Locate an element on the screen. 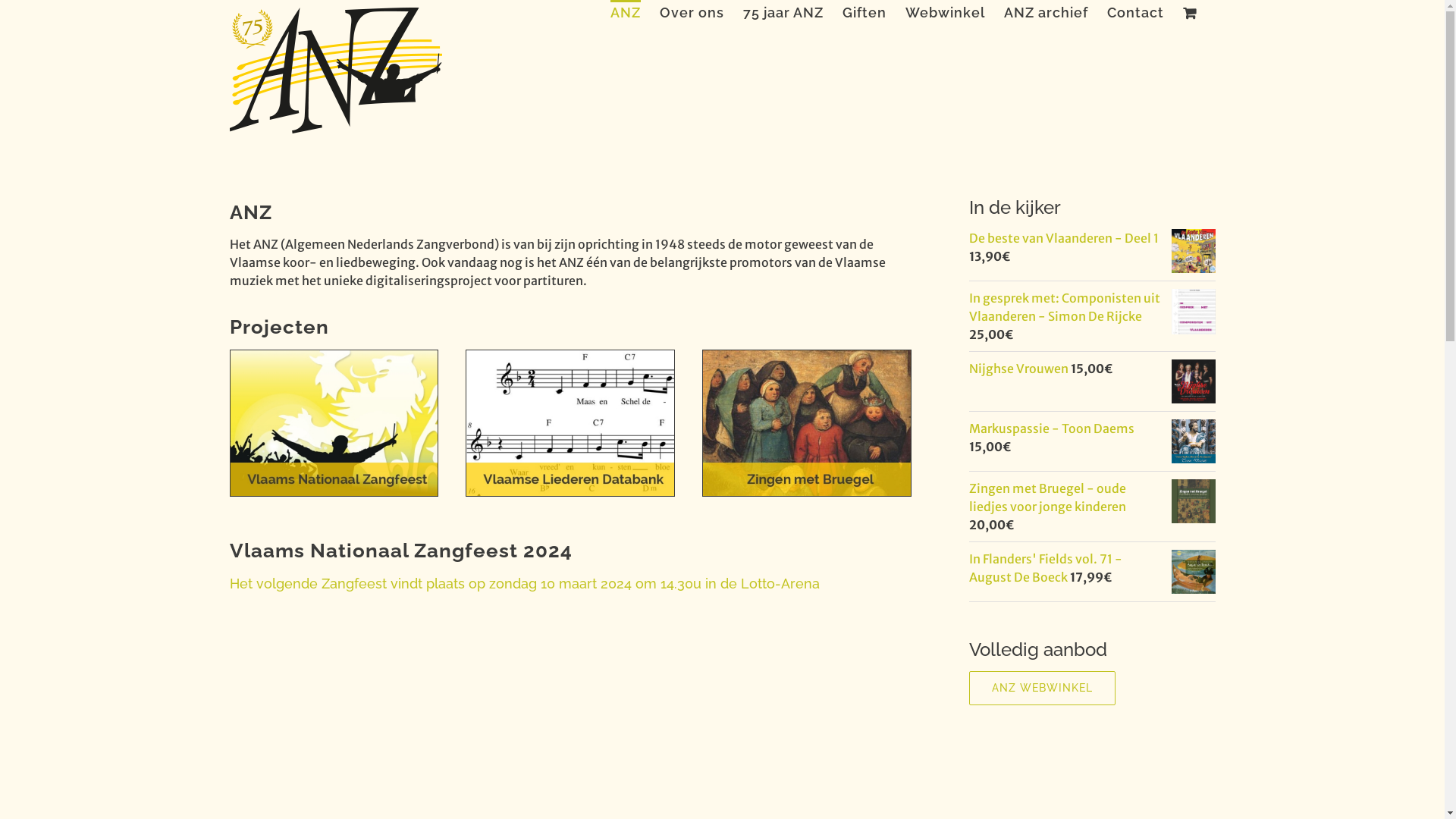  'ANZ archief' is located at coordinates (1045, 11).